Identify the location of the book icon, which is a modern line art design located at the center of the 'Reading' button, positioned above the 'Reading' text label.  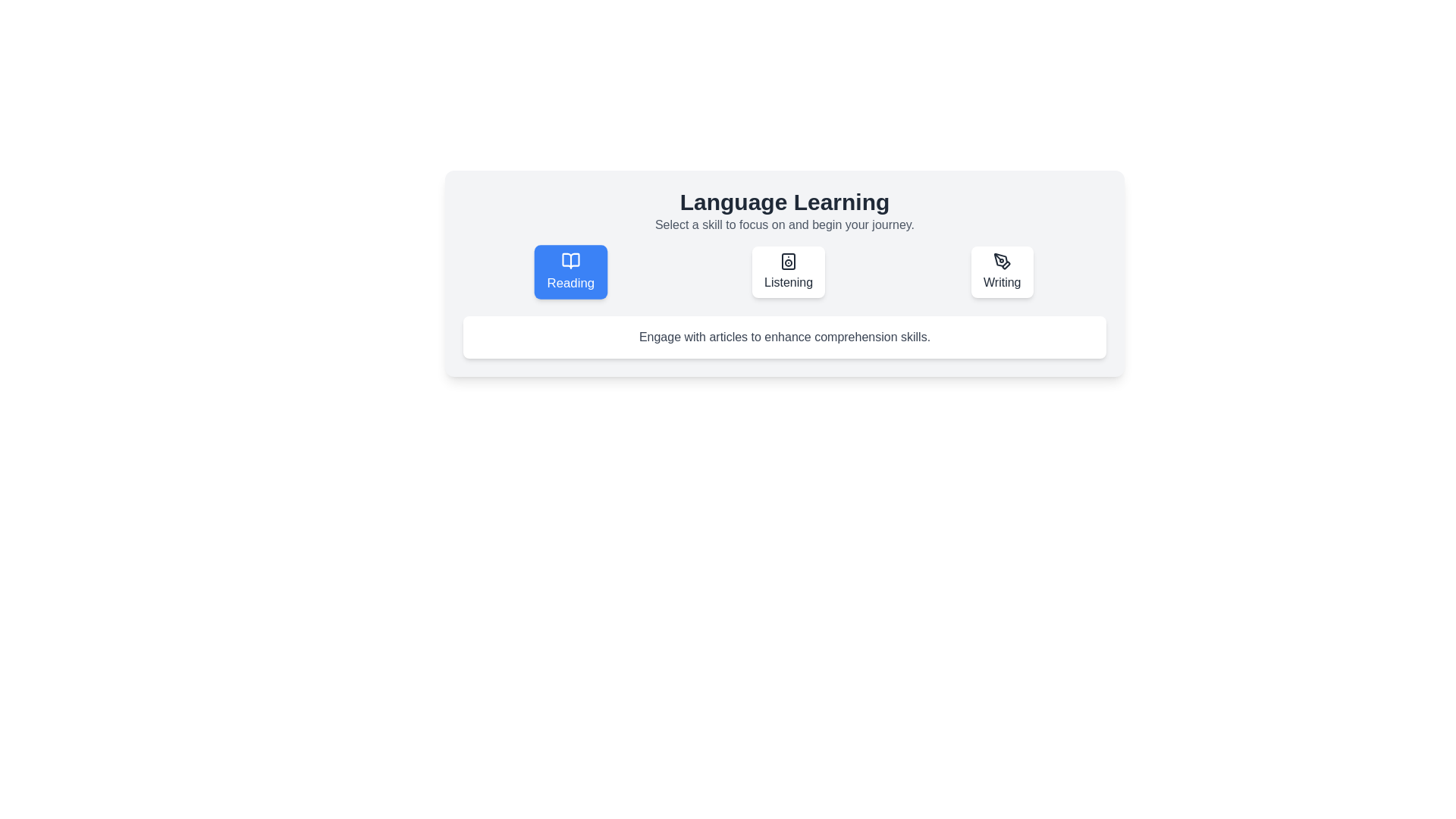
(570, 260).